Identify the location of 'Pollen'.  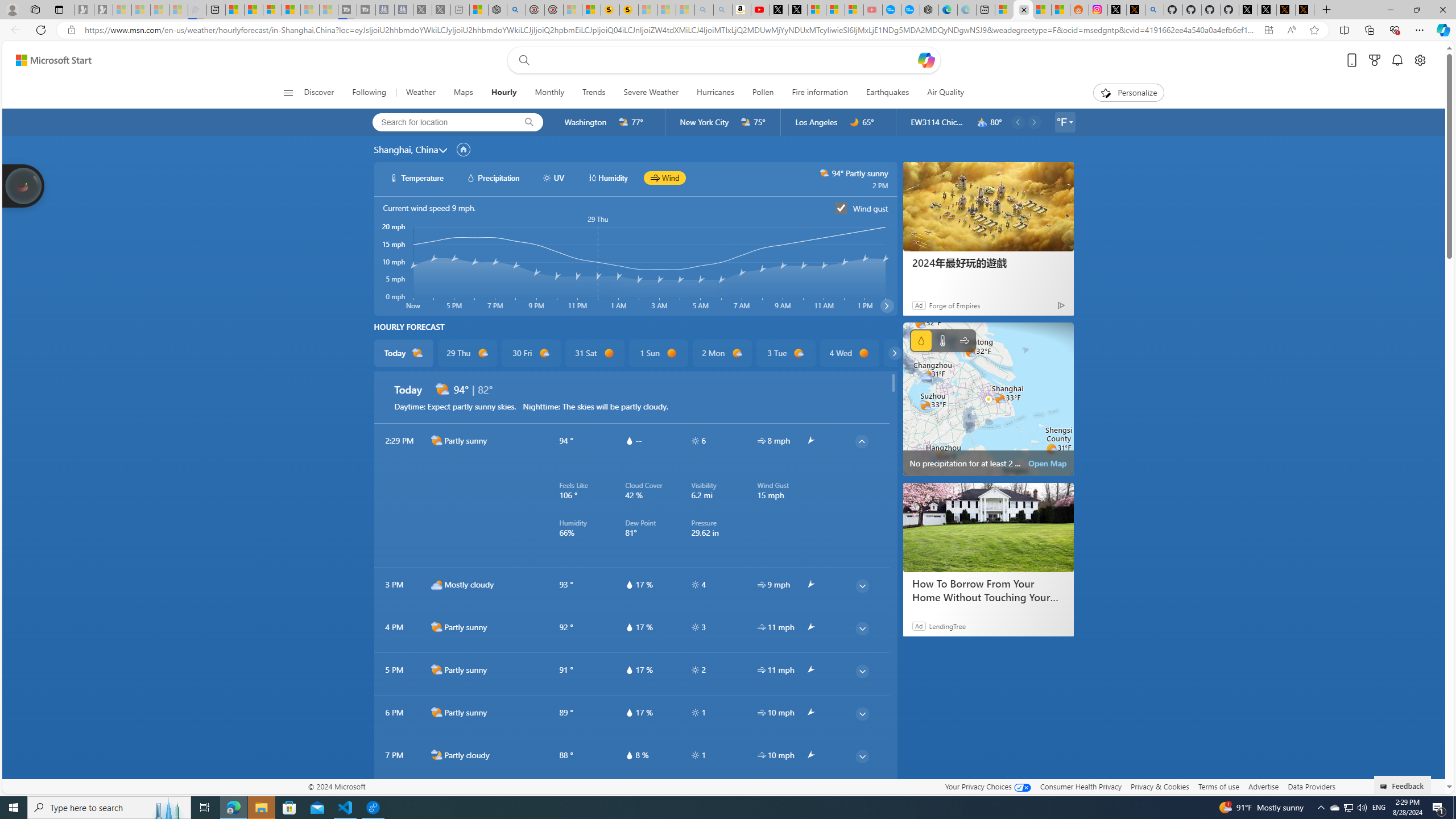
(763, 92).